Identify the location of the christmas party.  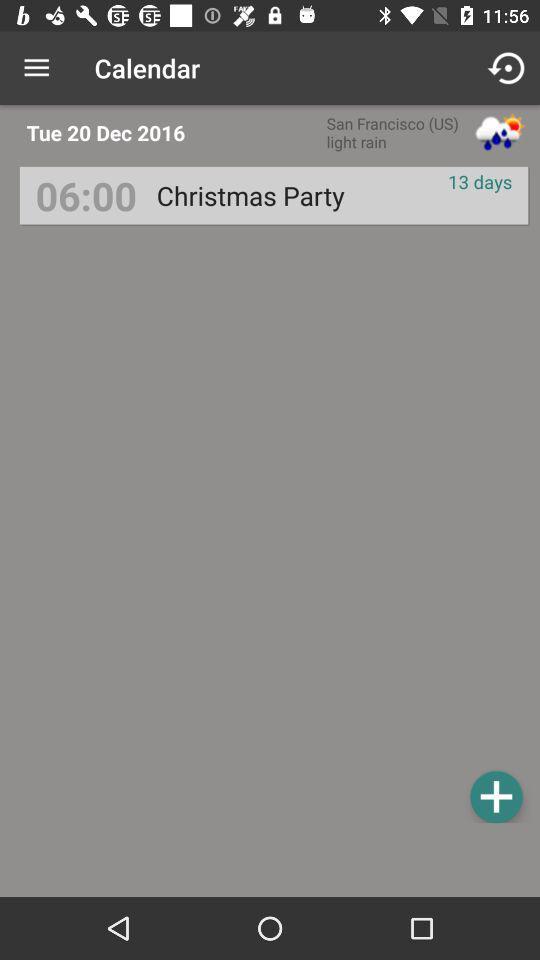
(250, 195).